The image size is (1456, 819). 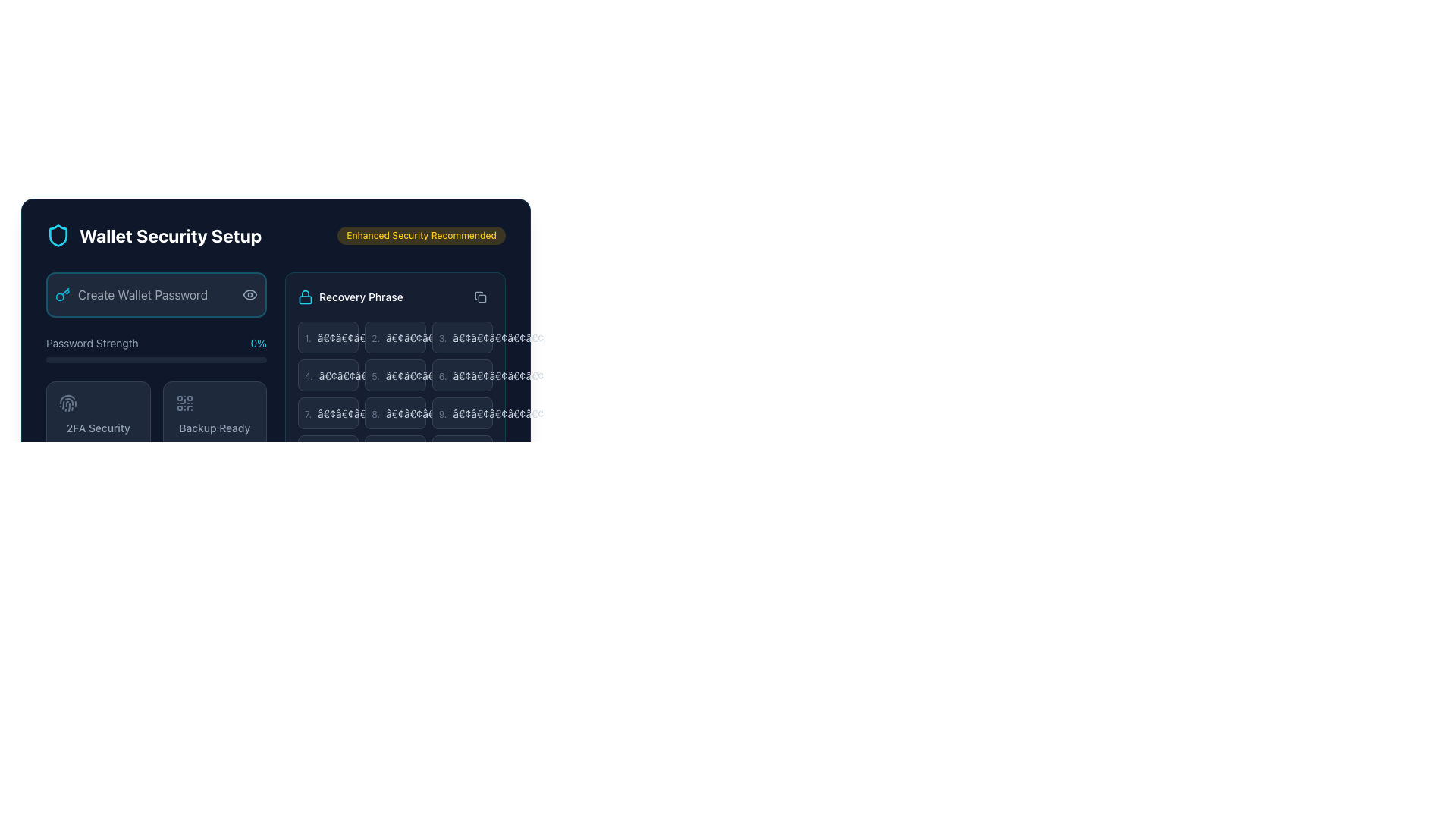 What do you see at coordinates (461, 413) in the screenshot?
I see `the ninth static display box in the 'Recovery Phrase' section, which is located in the bottom row of the grid structure and is immediately to the right of the eighth component` at bounding box center [461, 413].